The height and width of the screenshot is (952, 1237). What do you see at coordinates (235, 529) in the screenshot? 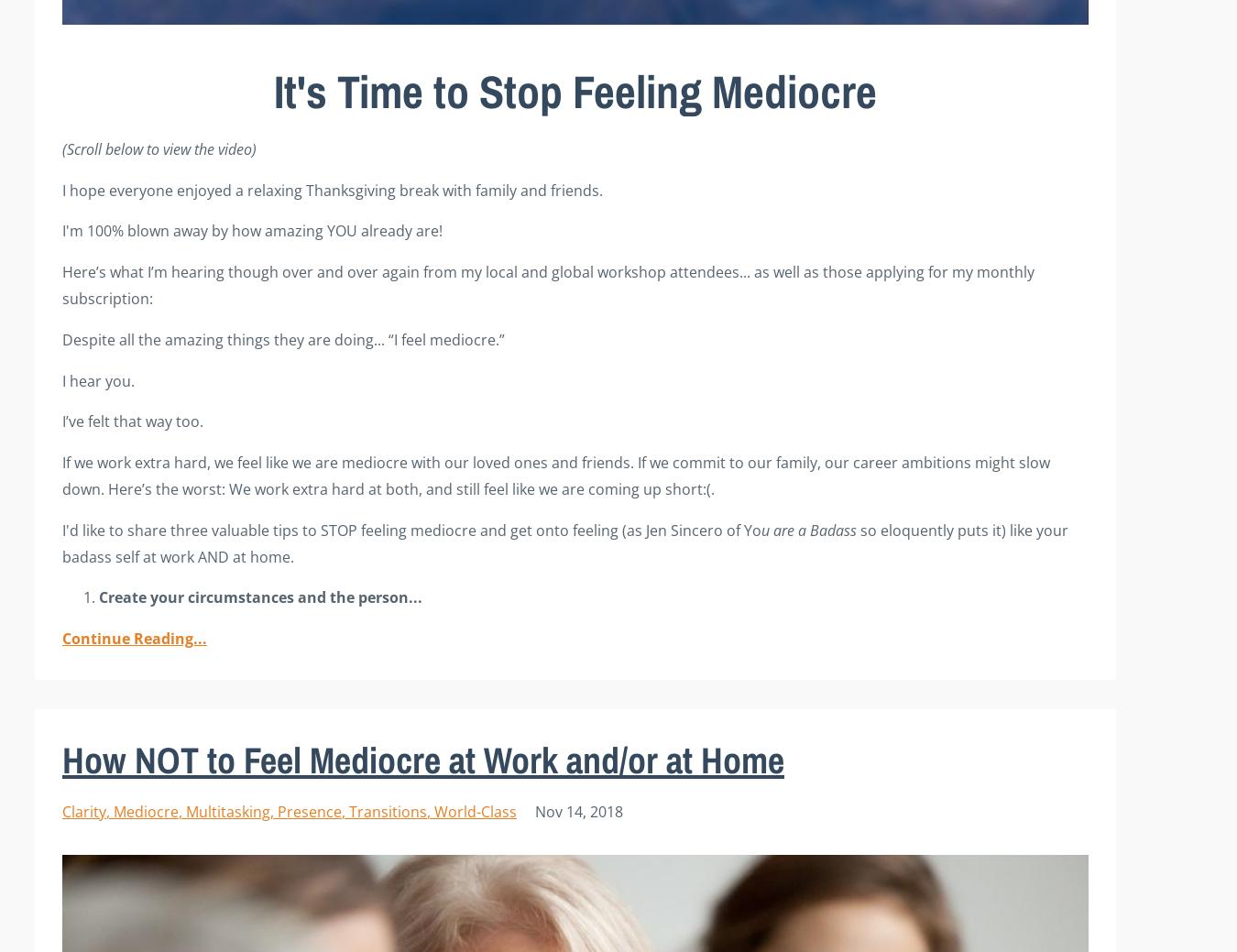
I see `'I'd like to share three valuable tips to STOP feeling'` at bounding box center [235, 529].